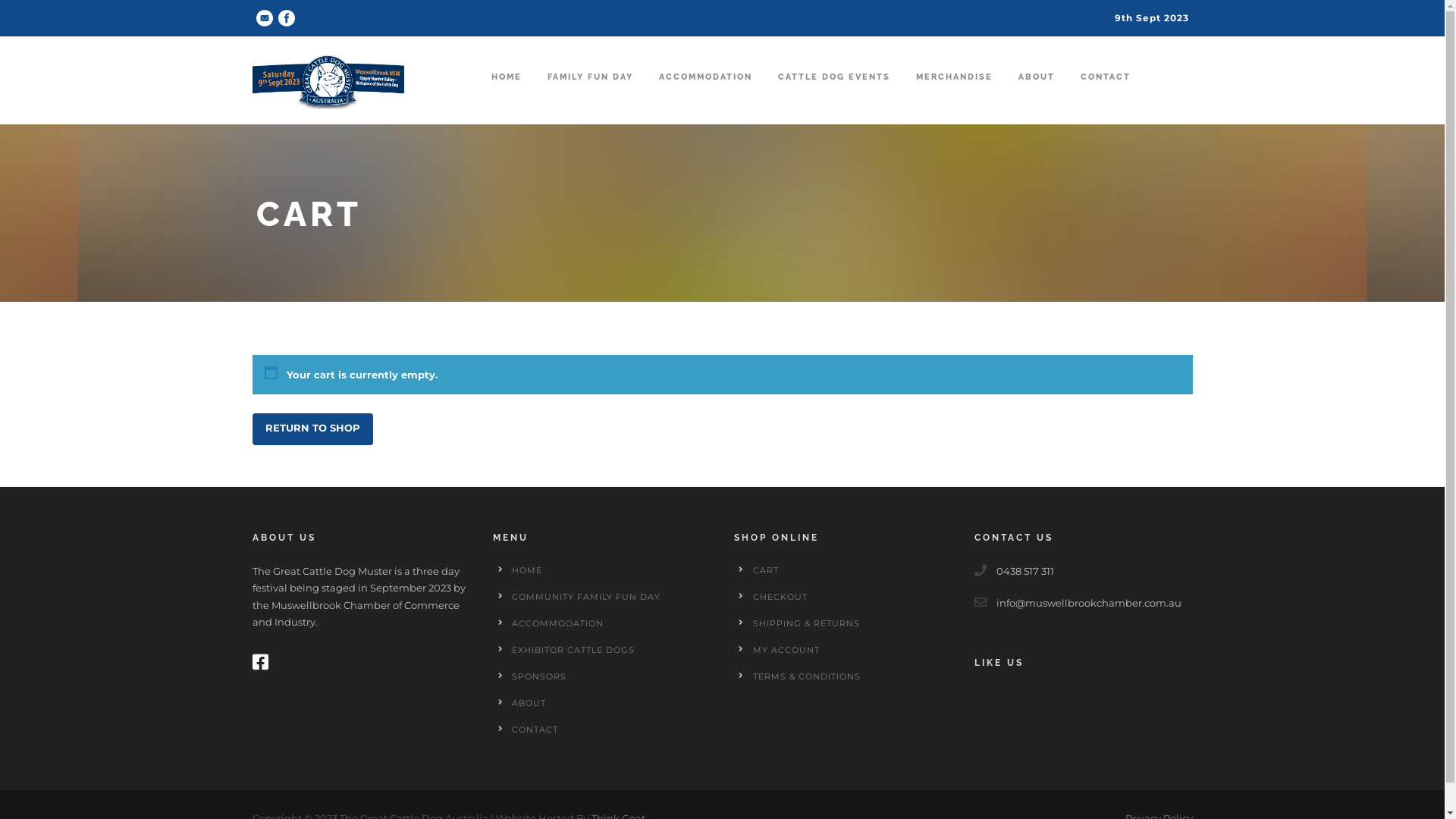  What do you see at coordinates (779, 595) in the screenshot?
I see `'CHECKOUT'` at bounding box center [779, 595].